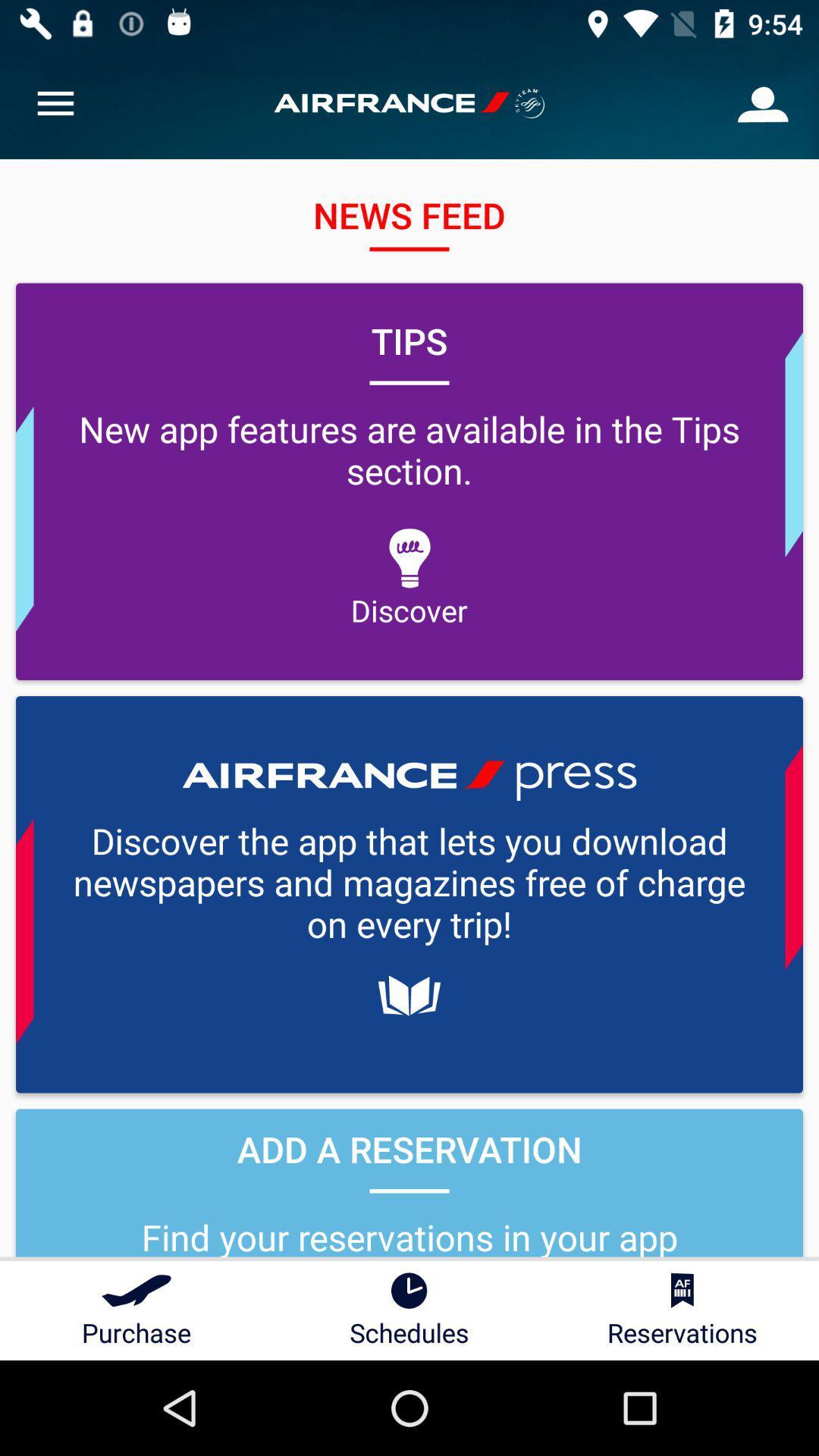 The height and width of the screenshot is (1456, 819). Describe the element at coordinates (136, 1310) in the screenshot. I see `the purchase item` at that location.